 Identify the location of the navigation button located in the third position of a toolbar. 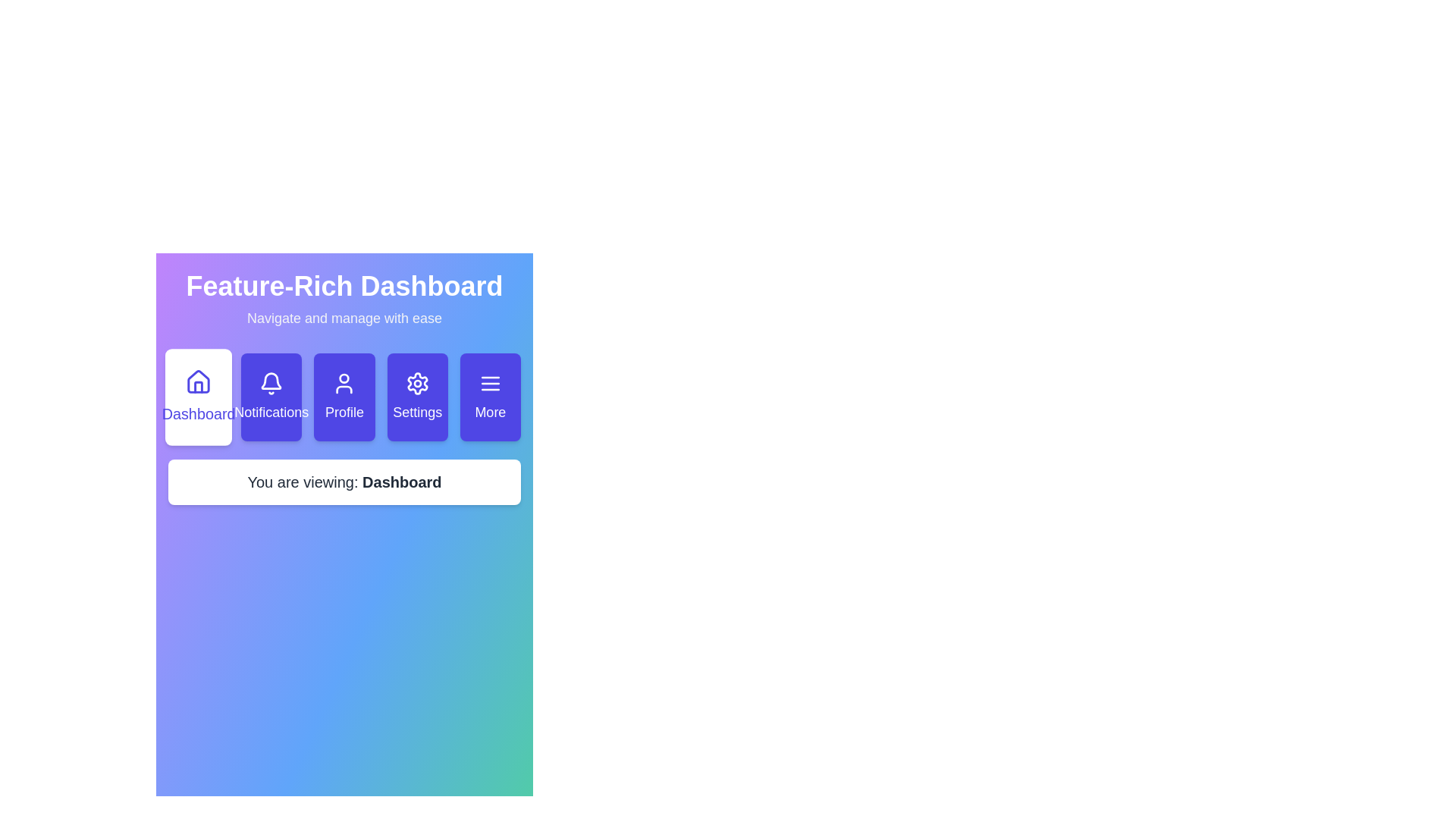
(344, 397).